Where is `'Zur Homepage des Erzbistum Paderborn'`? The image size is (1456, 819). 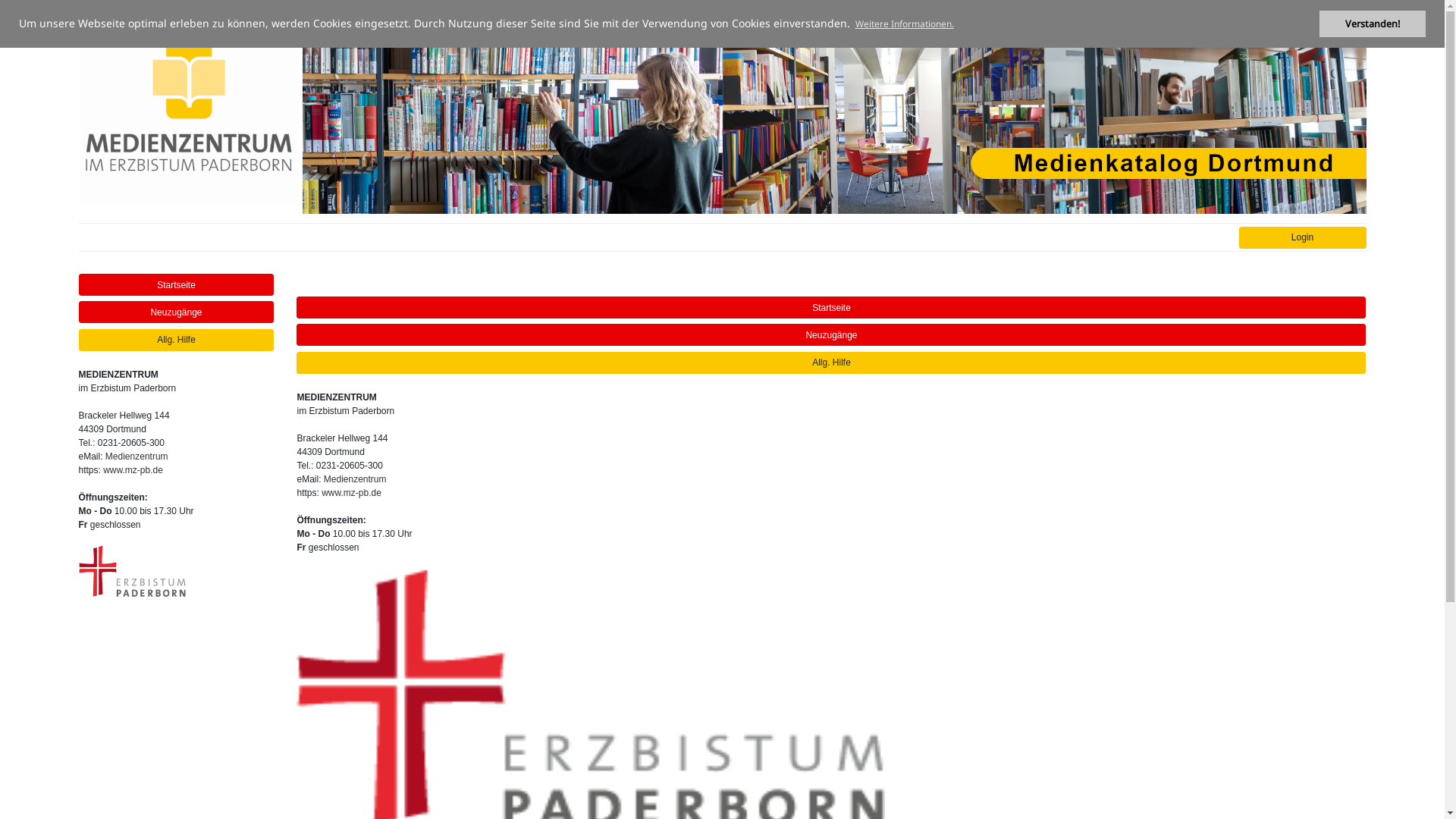
'Zur Homepage des Erzbistum Paderborn' is located at coordinates (132, 570).